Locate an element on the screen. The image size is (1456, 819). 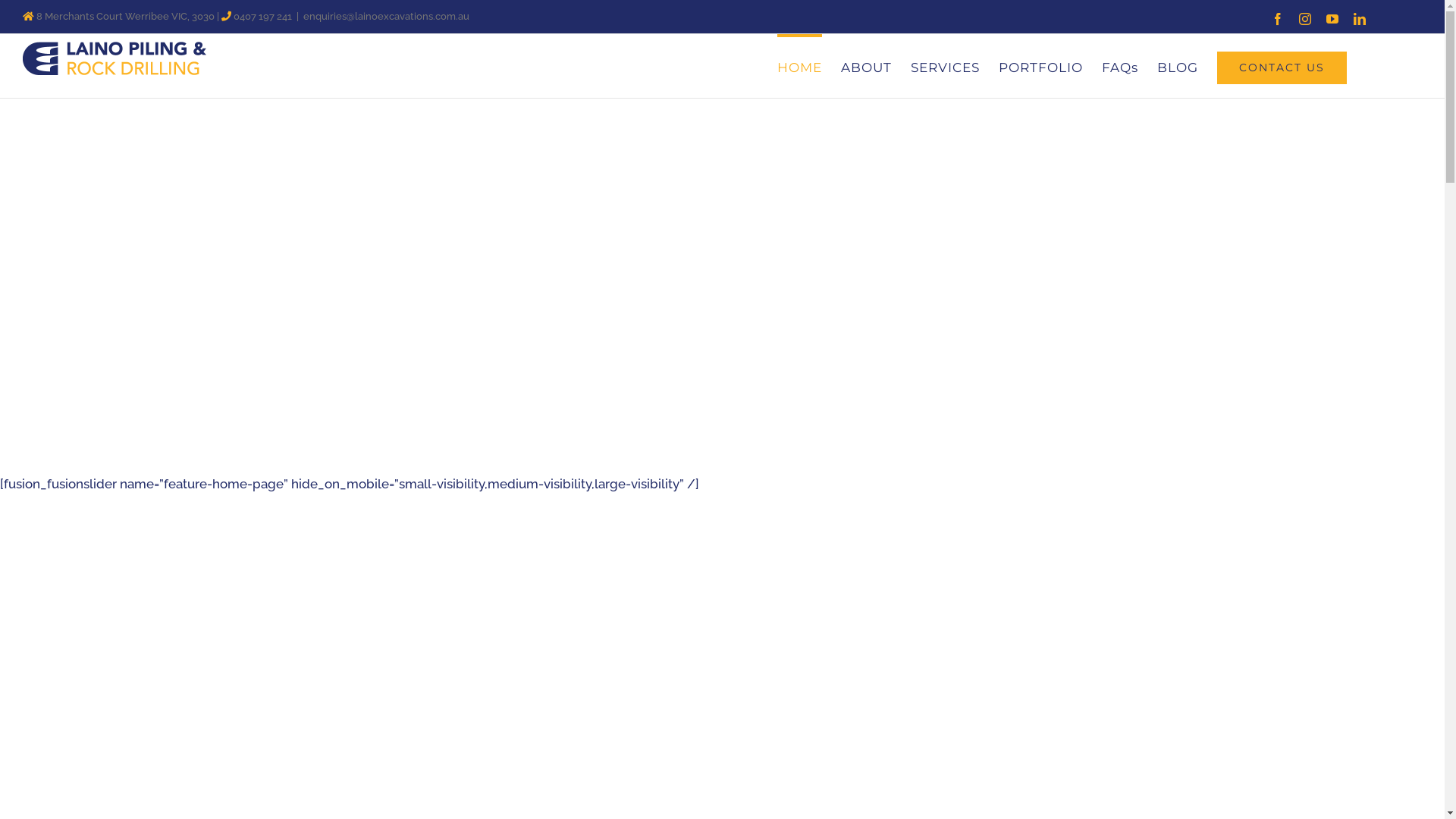
'0407 197 241' is located at coordinates (262, 16).